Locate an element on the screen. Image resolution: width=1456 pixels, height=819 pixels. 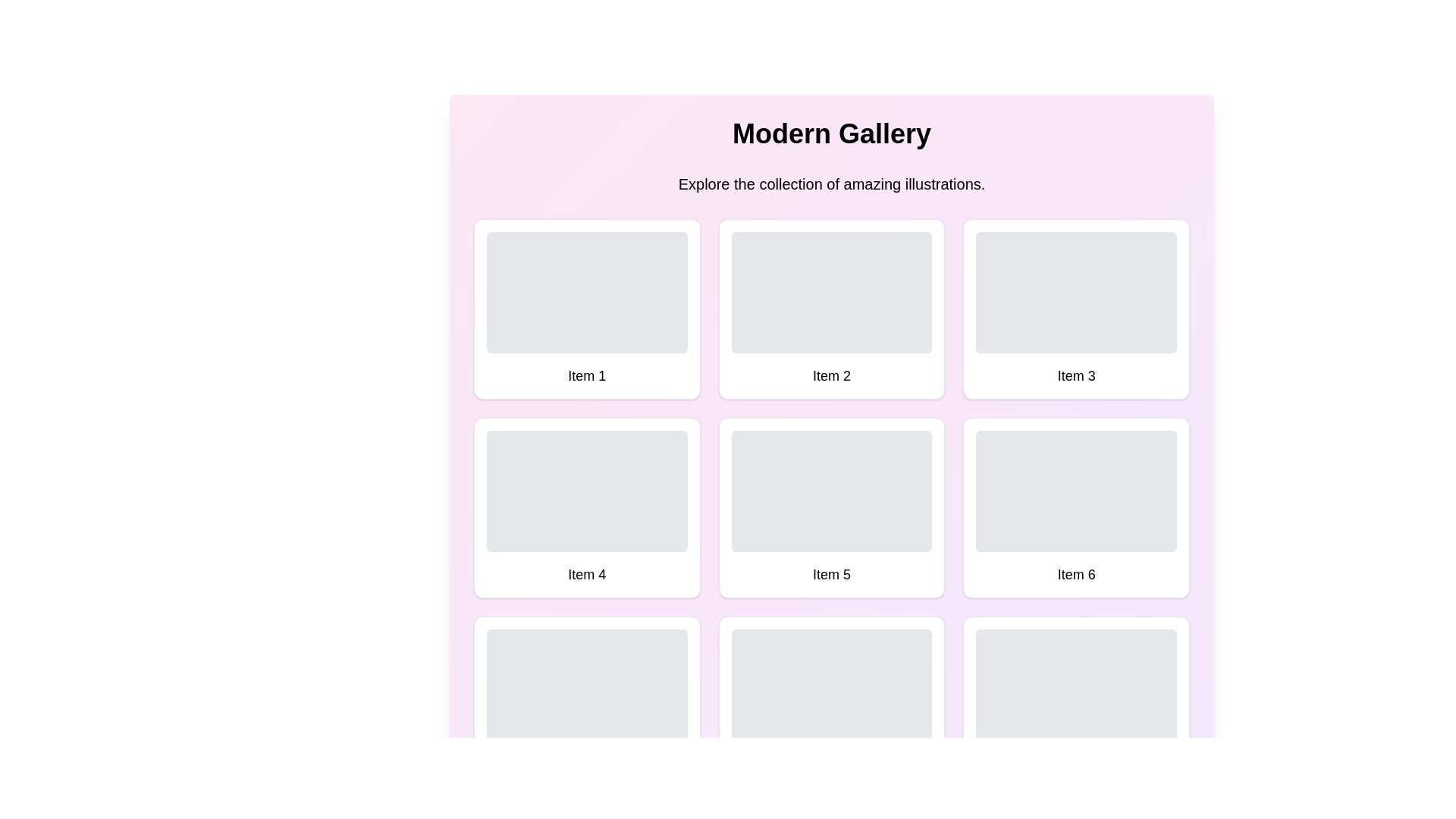
the Card representing 'Item 9' in the gallery, located in the bottom-right corner of the interface is located at coordinates (1075, 707).